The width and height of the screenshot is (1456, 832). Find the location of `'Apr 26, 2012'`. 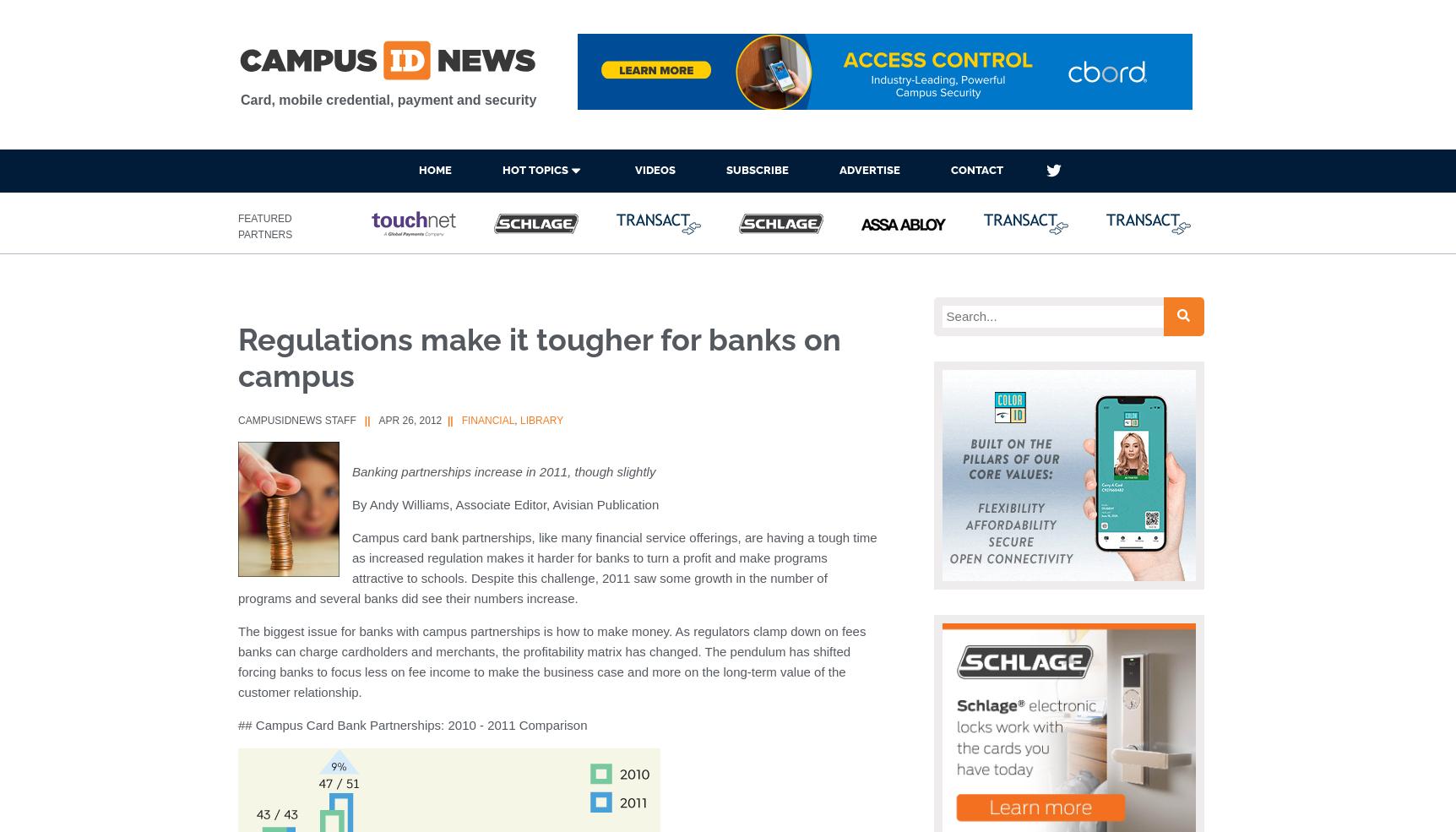

'Apr 26, 2012' is located at coordinates (410, 421).